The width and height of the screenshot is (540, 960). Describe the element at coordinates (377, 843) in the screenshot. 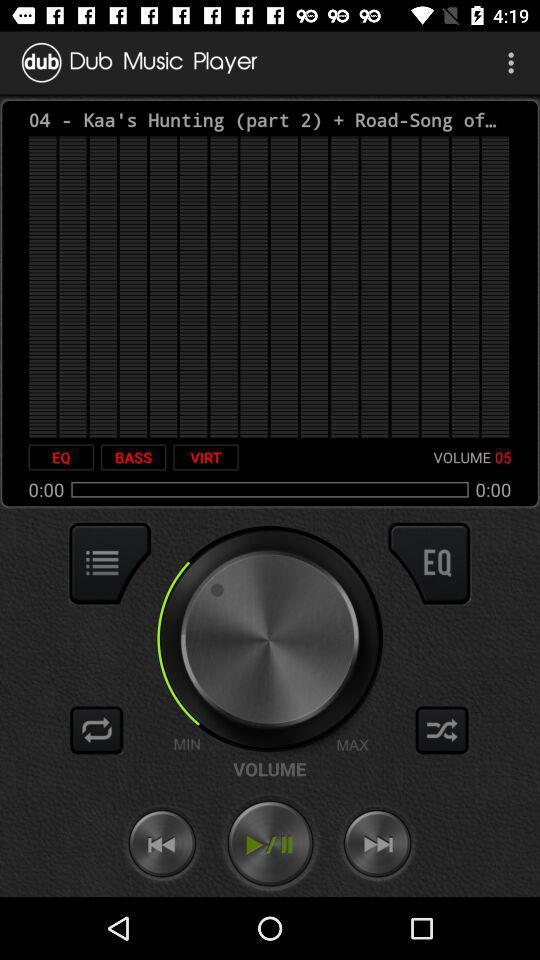

I see `forward/jump forward` at that location.